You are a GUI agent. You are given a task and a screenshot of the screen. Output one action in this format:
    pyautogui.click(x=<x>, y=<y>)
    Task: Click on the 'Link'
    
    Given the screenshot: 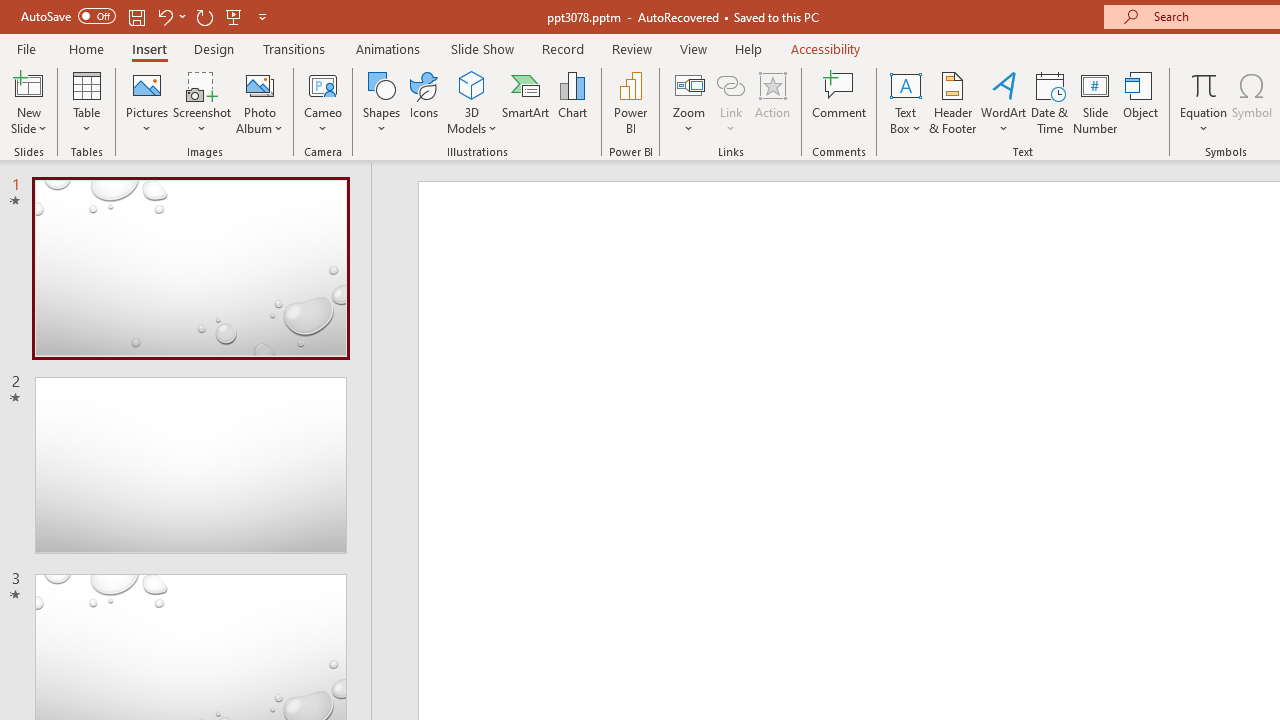 What is the action you would take?
    pyautogui.click(x=730, y=84)
    